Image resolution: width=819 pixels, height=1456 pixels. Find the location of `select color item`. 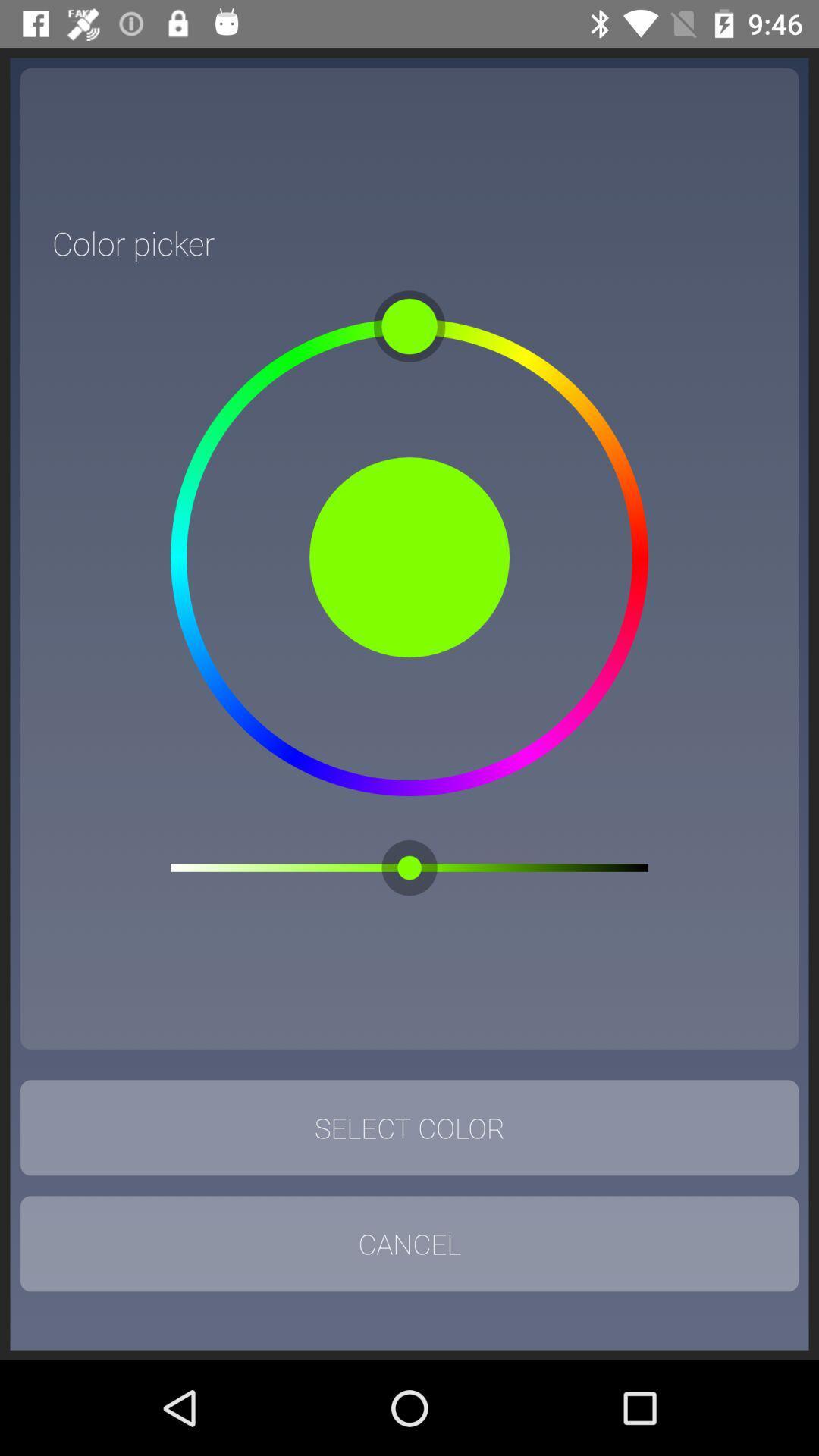

select color item is located at coordinates (409, 1128).